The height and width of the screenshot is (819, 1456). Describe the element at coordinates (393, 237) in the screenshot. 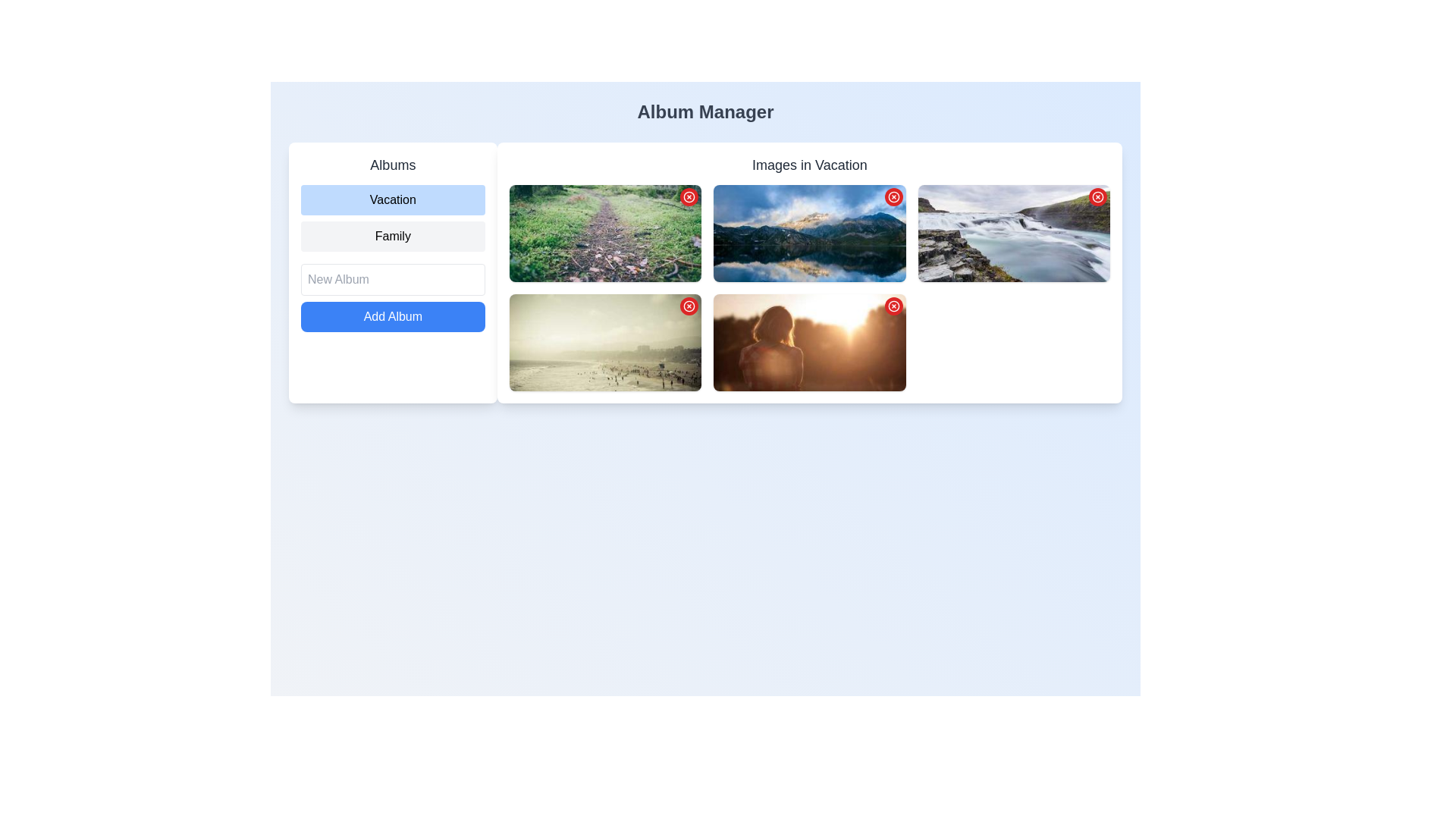

I see `the 'Family' button` at that location.